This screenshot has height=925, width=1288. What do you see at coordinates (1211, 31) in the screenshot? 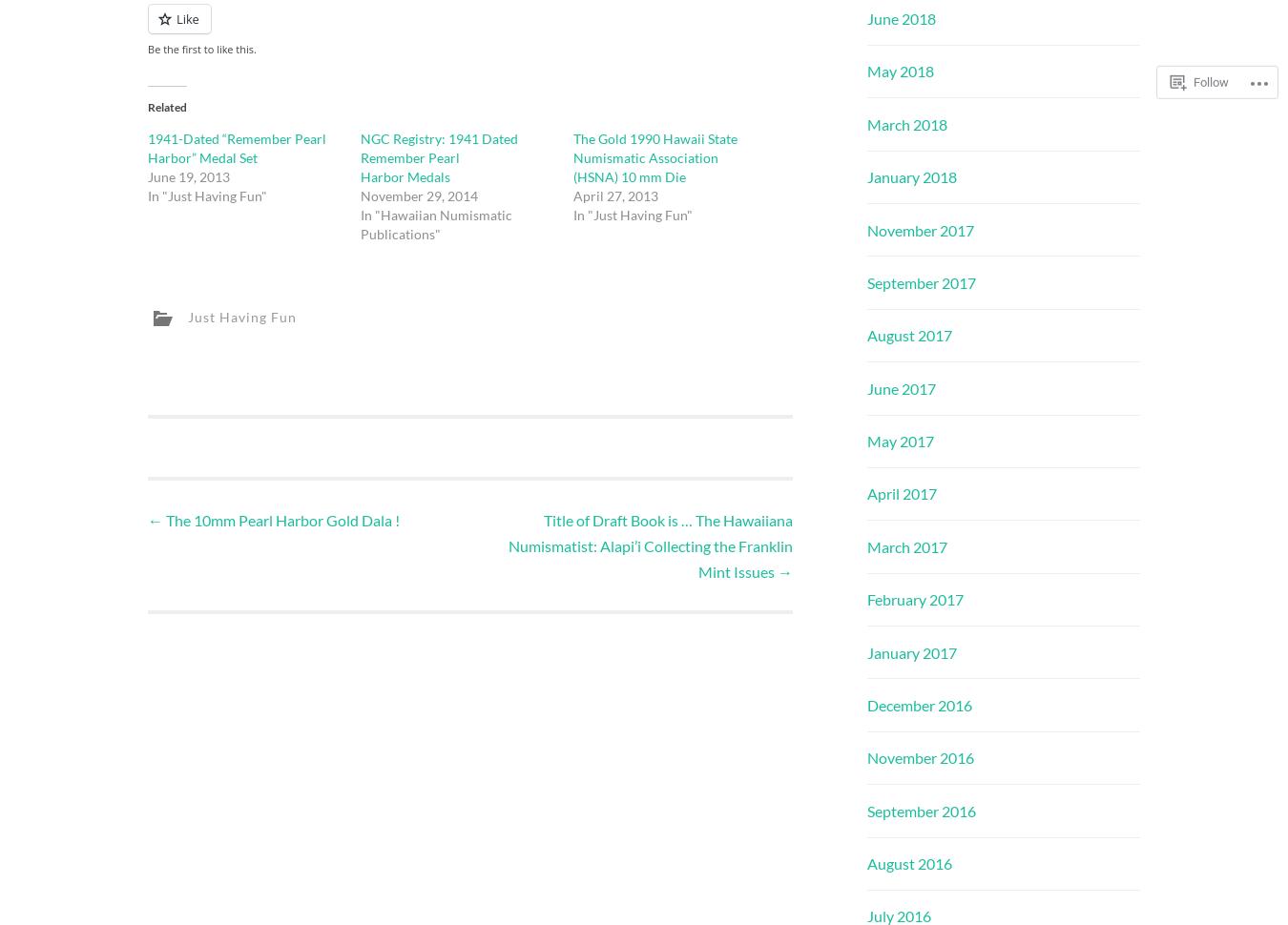
I see `'Follow'` at bounding box center [1211, 31].